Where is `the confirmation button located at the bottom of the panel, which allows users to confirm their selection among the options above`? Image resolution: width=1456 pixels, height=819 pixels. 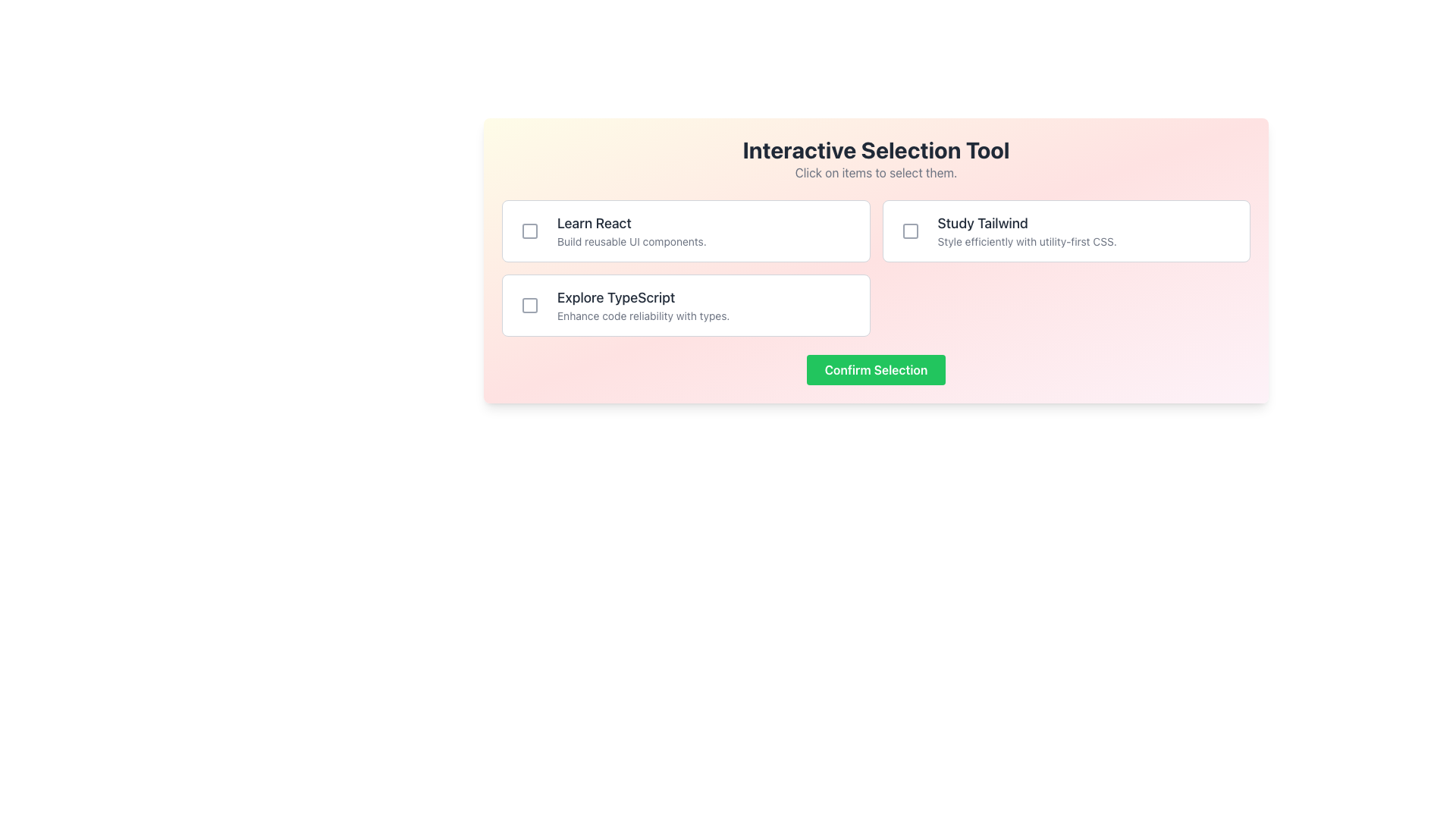 the confirmation button located at the bottom of the panel, which allows users to confirm their selection among the options above is located at coordinates (876, 370).